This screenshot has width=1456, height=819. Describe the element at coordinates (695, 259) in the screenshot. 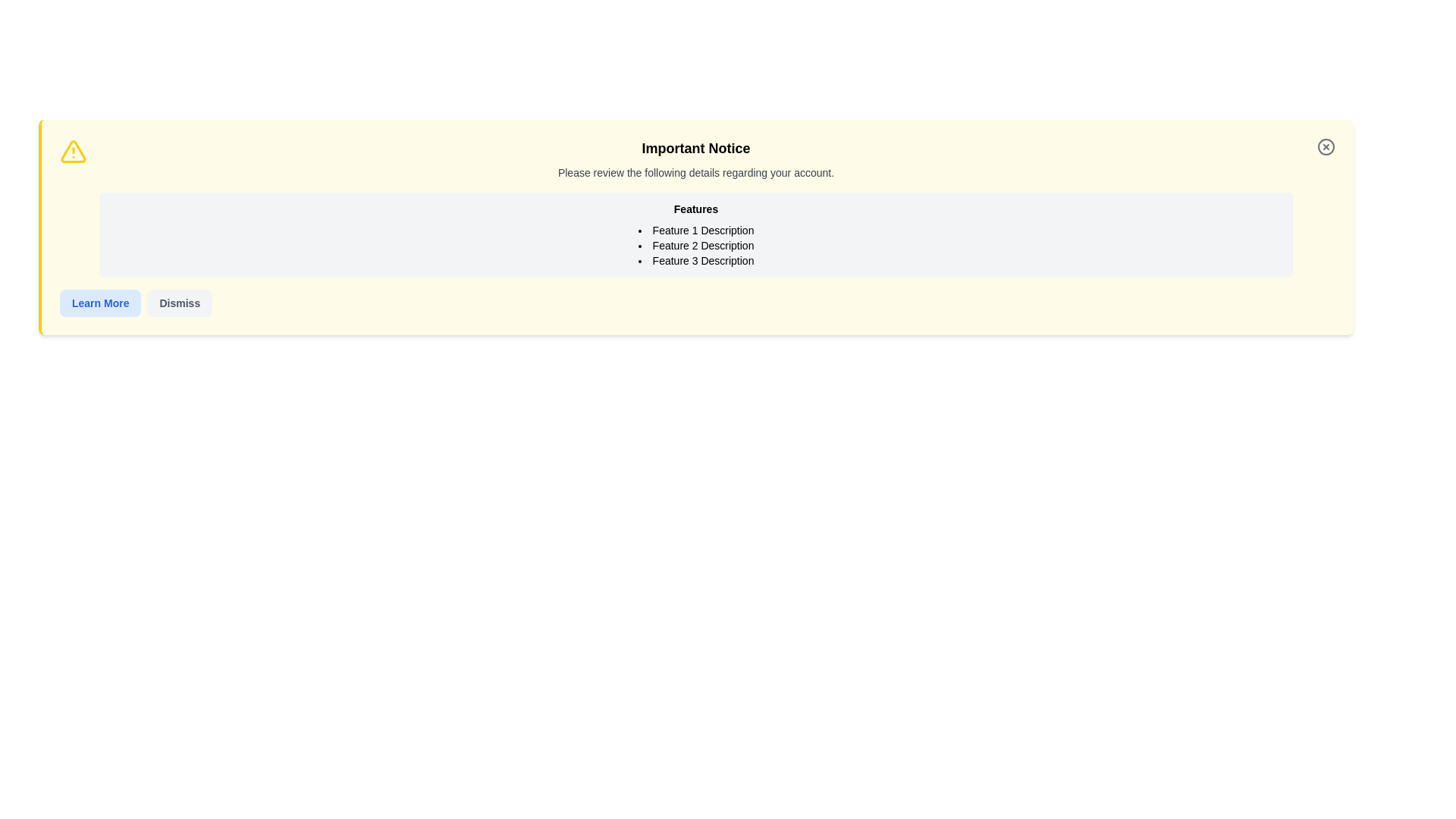

I see `the text of the third entry in the bulleted list under the heading 'Features', which displays descriptive text as part of the list` at that location.